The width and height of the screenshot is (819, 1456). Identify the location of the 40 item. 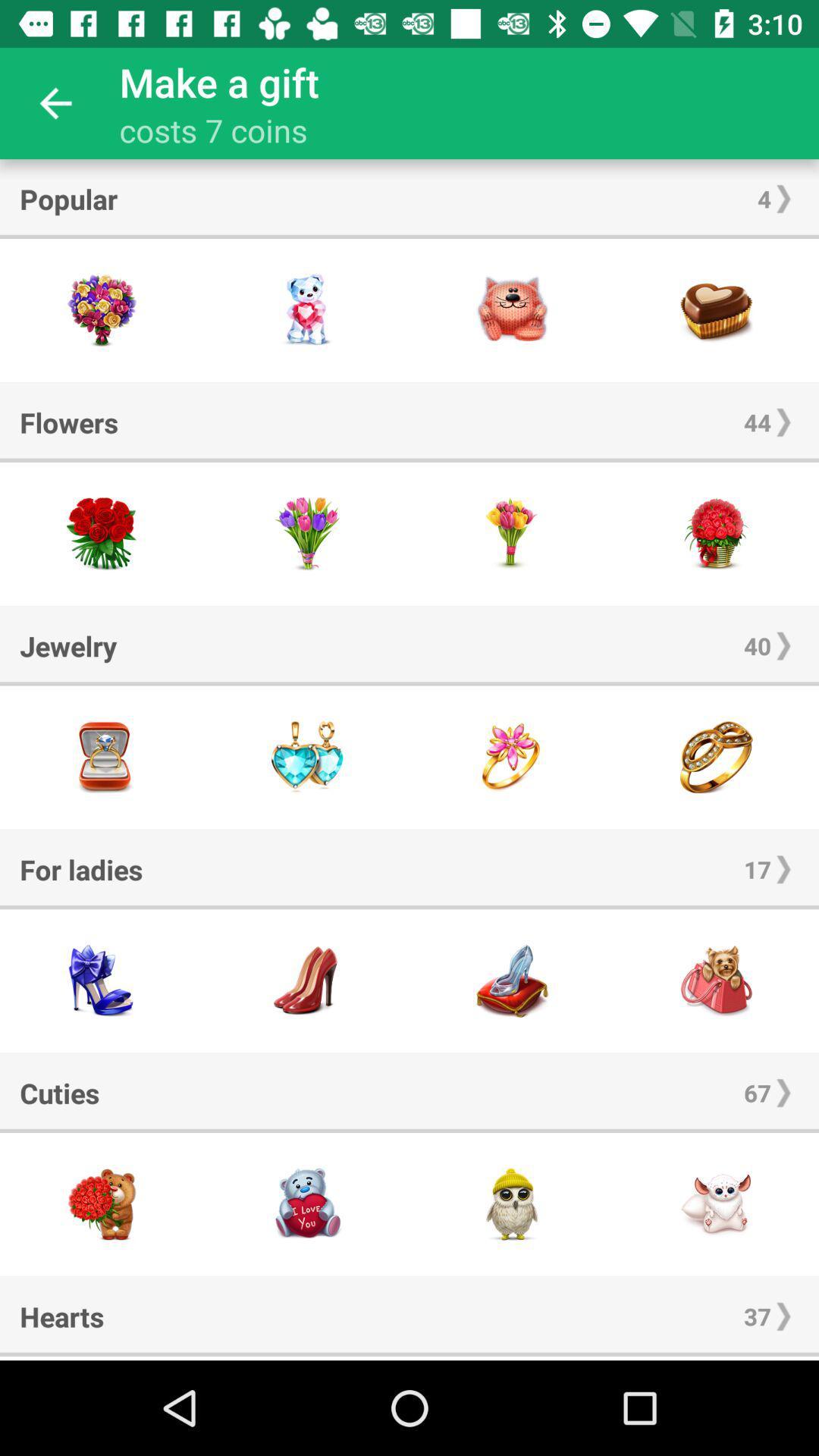
(758, 645).